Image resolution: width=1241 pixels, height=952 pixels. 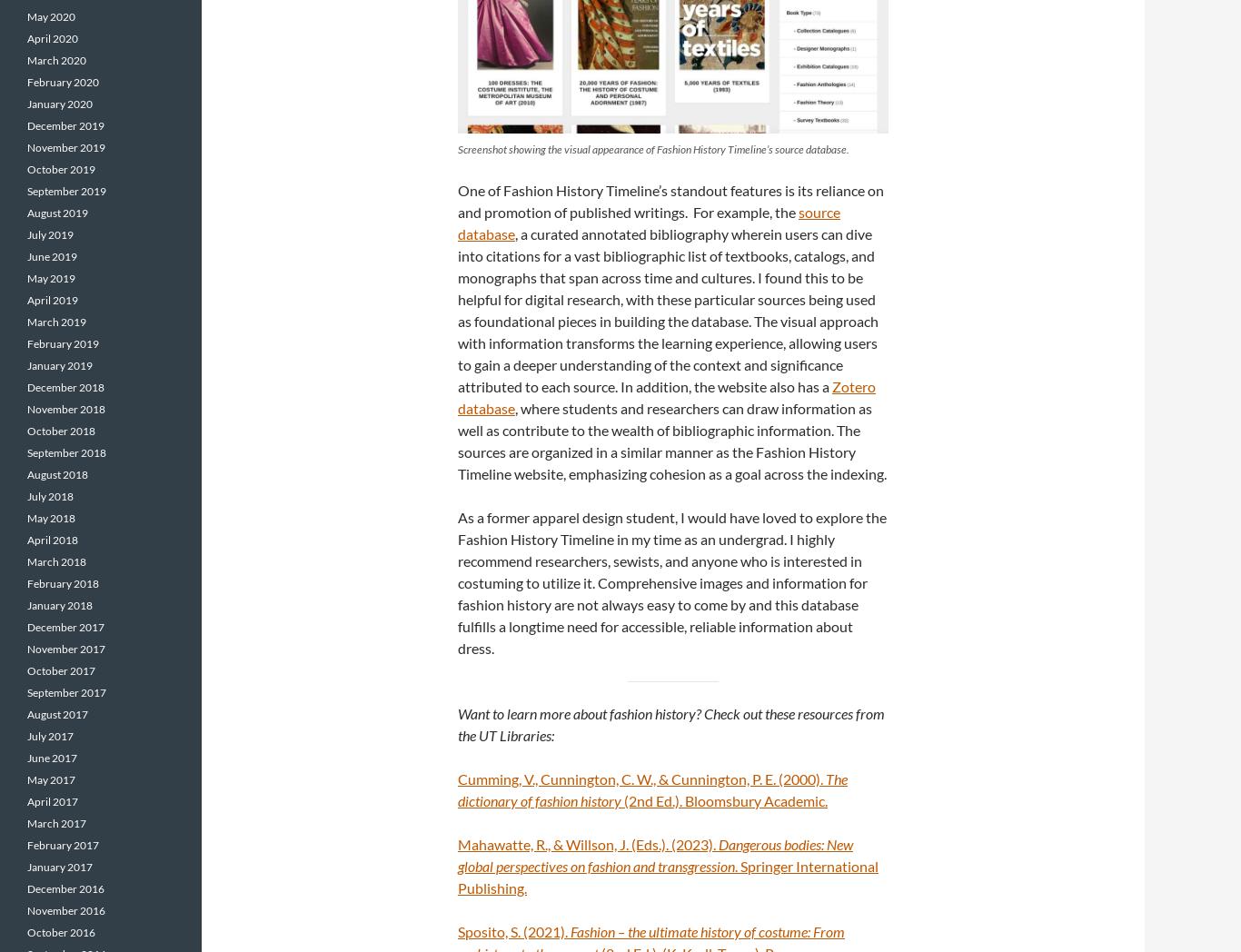 I want to click on 'June 2017', so click(x=52, y=758).